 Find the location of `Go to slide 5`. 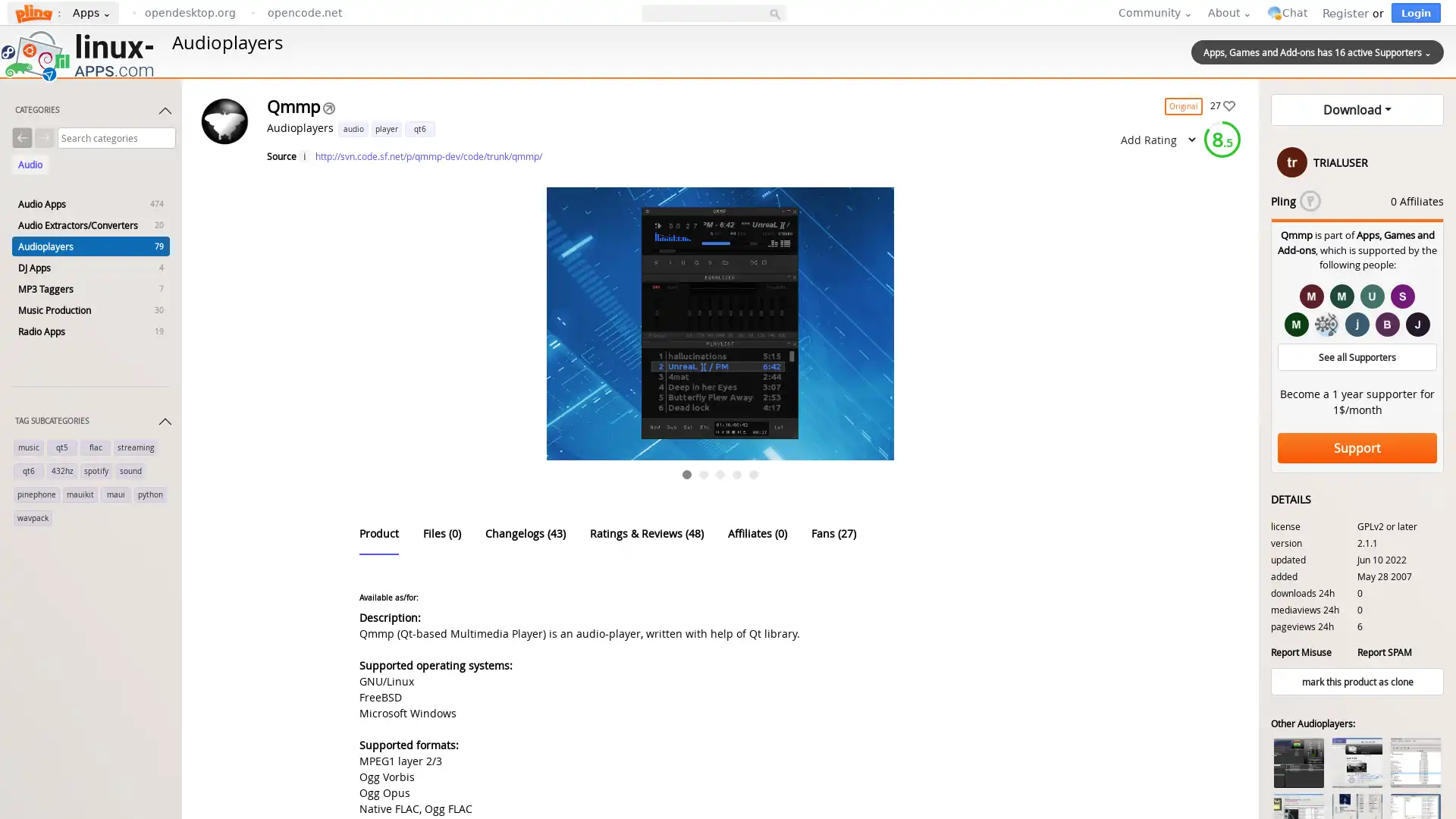

Go to slide 5 is located at coordinates (753, 473).